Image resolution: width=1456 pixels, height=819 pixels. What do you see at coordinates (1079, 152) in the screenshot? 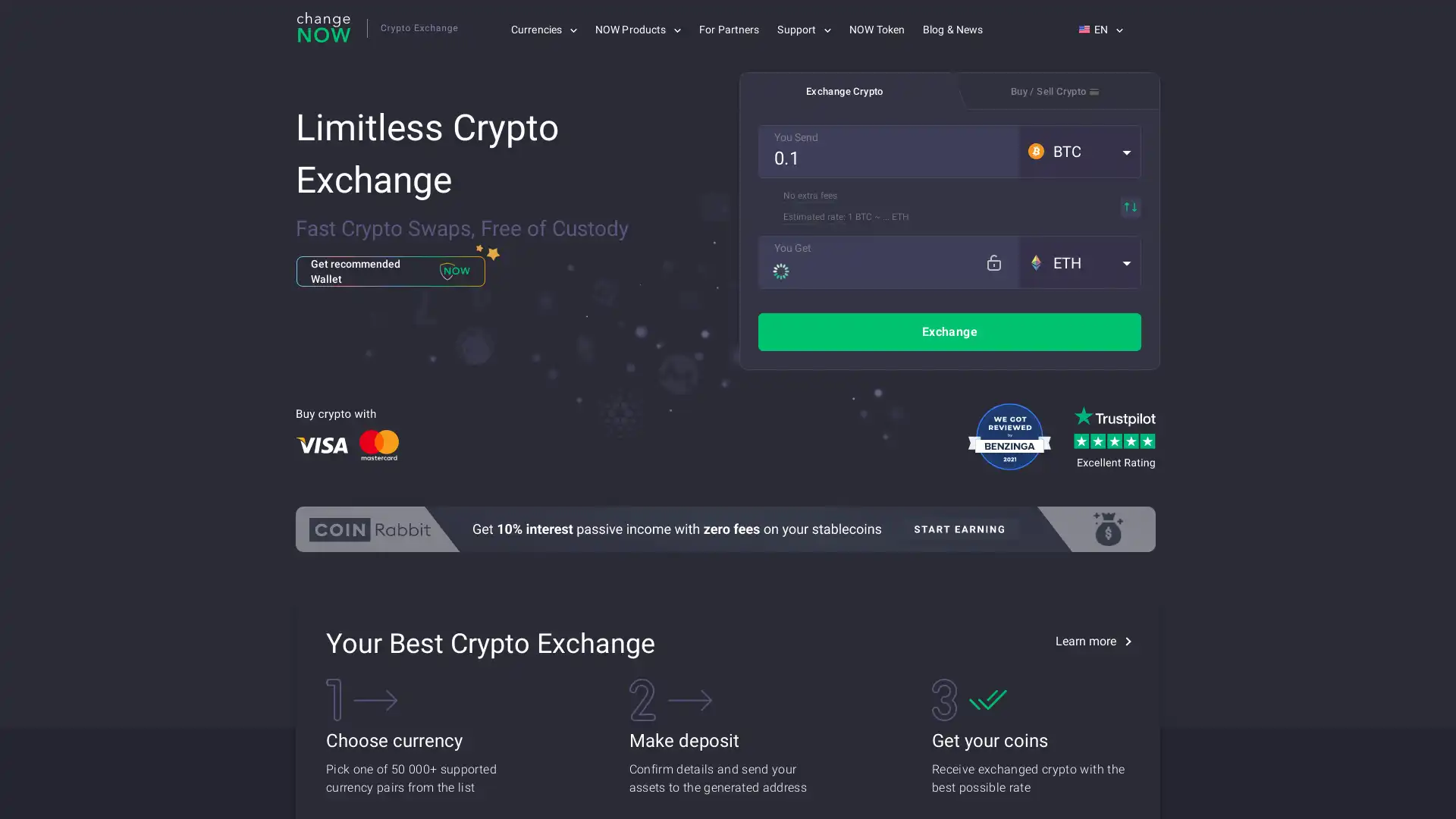
I see `icon-btc BTC` at bounding box center [1079, 152].